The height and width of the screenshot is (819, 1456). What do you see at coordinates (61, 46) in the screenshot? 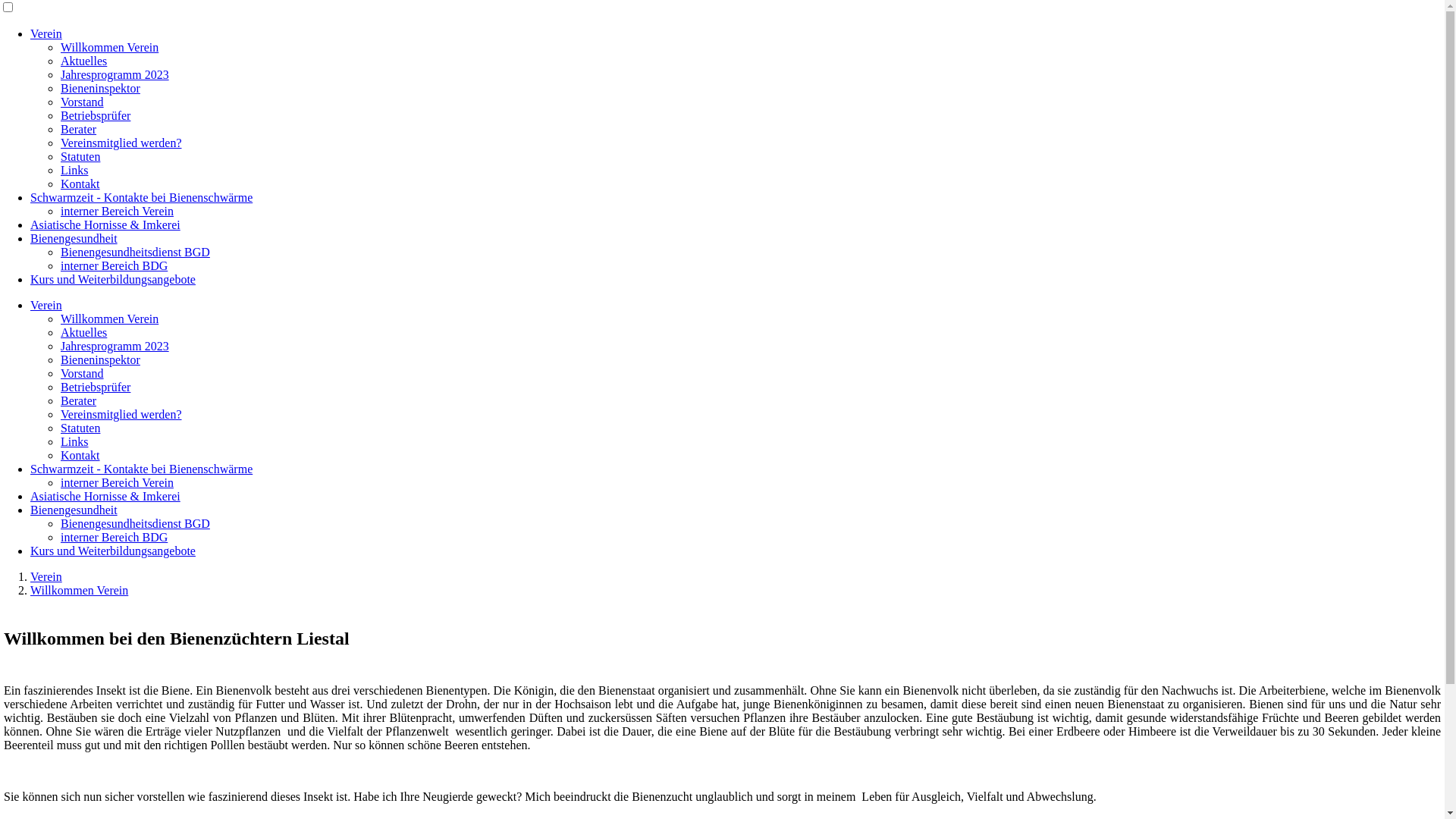
I see `'Willkommen Verein'` at bounding box center [61, 46].